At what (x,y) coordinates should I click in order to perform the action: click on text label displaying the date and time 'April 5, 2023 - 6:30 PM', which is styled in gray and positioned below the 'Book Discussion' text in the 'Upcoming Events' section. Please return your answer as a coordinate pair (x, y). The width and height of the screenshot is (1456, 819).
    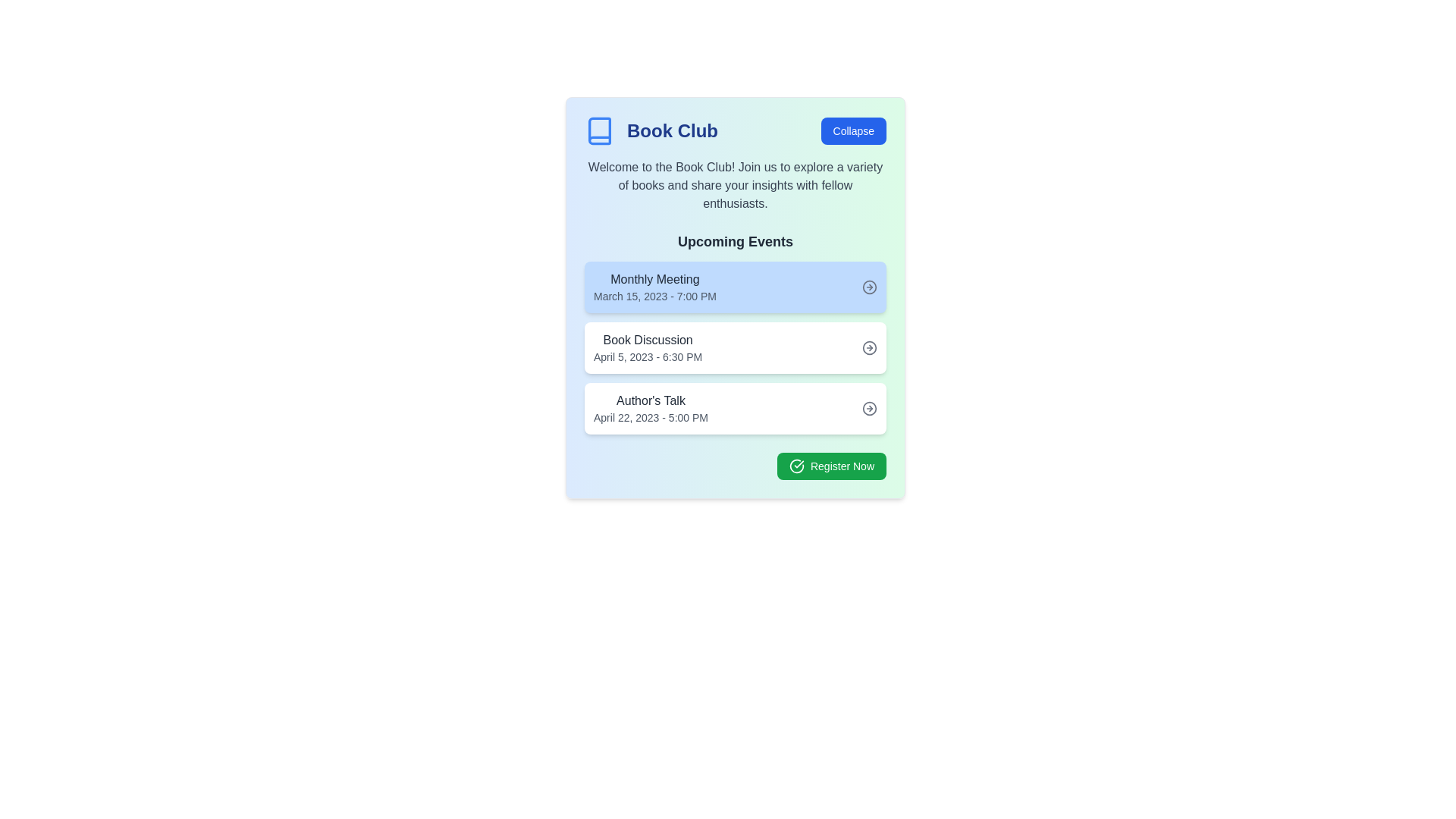
    Looking at the image, I should click on (648, 356).